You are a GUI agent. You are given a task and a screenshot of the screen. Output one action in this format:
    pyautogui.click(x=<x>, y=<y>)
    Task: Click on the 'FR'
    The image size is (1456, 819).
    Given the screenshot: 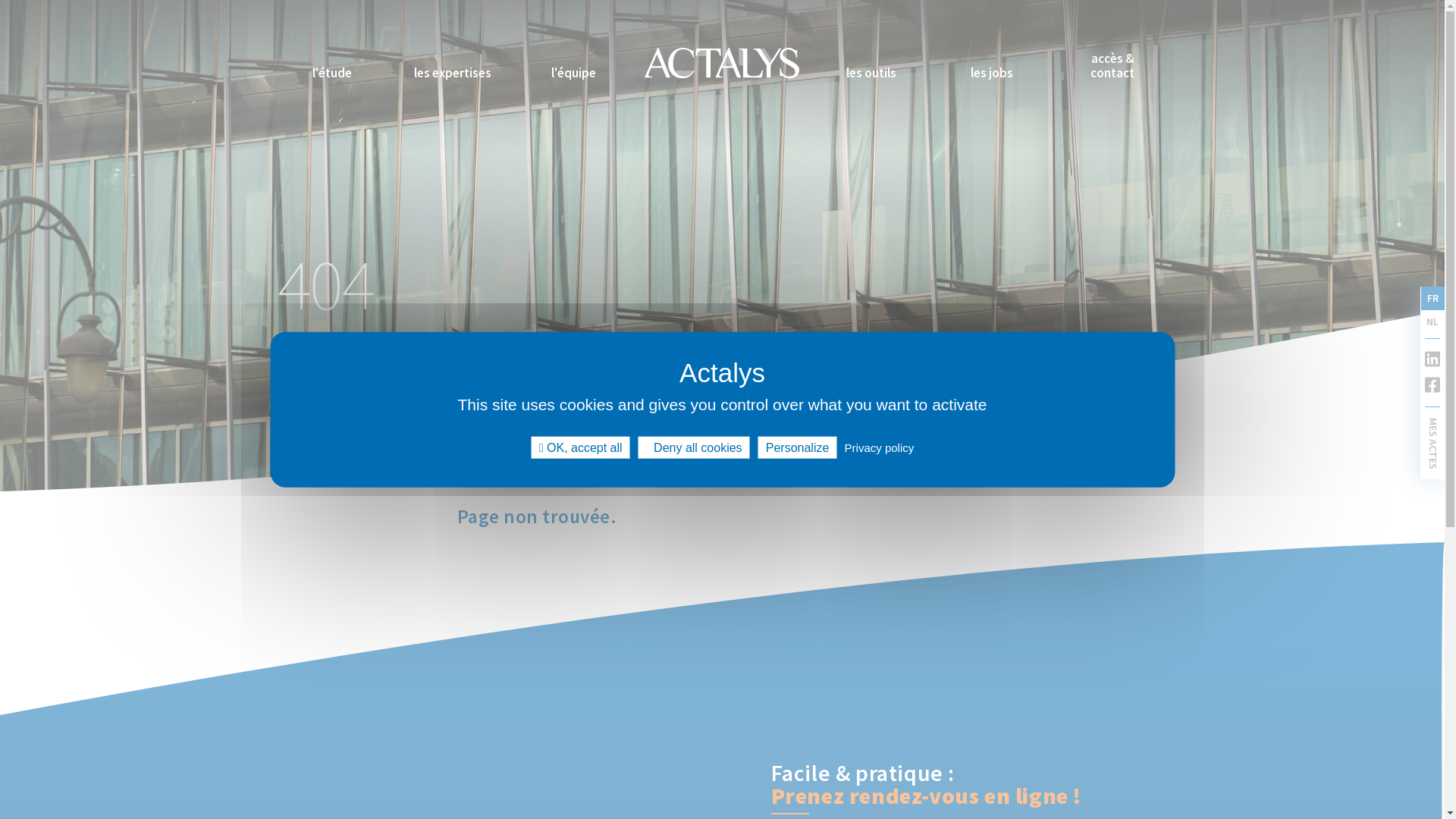 What is the action you would take?
    pyautogui.click(x=1432, y=298)
    